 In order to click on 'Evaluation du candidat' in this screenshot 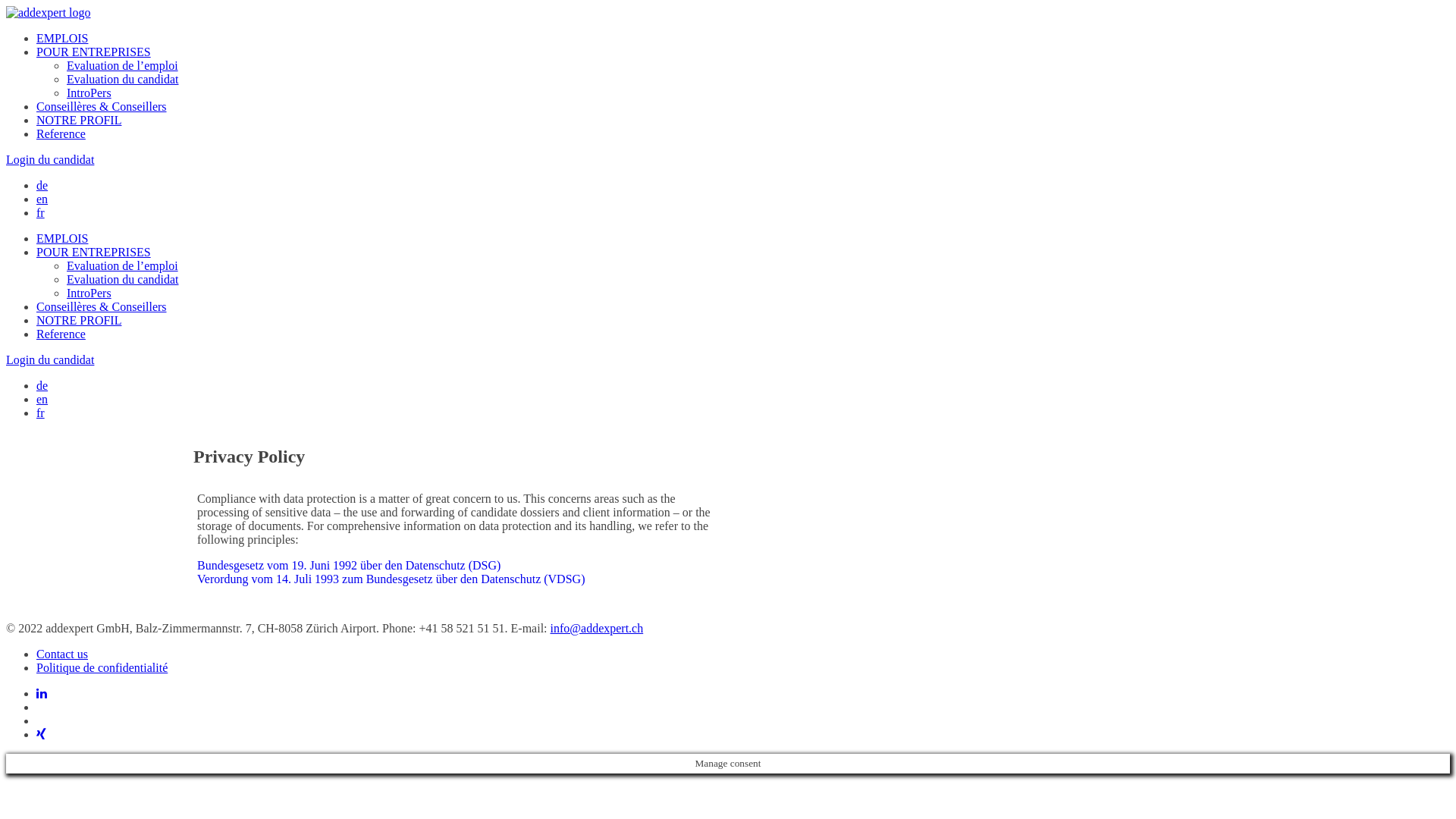, I will do `click(123, 279)`.